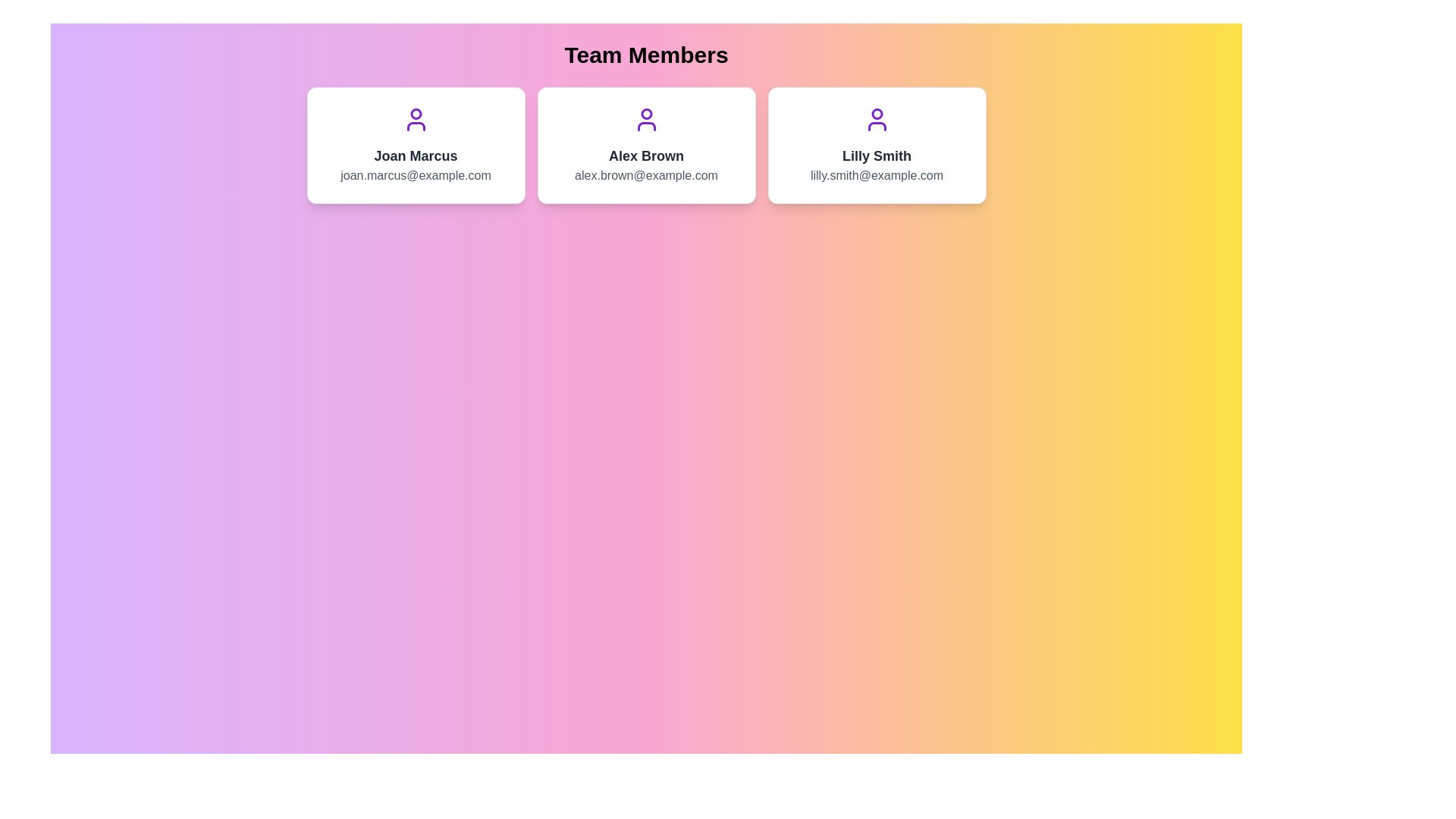 This screenshot has height=819, width=1456. Describe the element at coordinates (646, 174) in the screenshot. I see `the informational text label displaying the email address of Alex Brown, located directly below his name in the center card` at that location.